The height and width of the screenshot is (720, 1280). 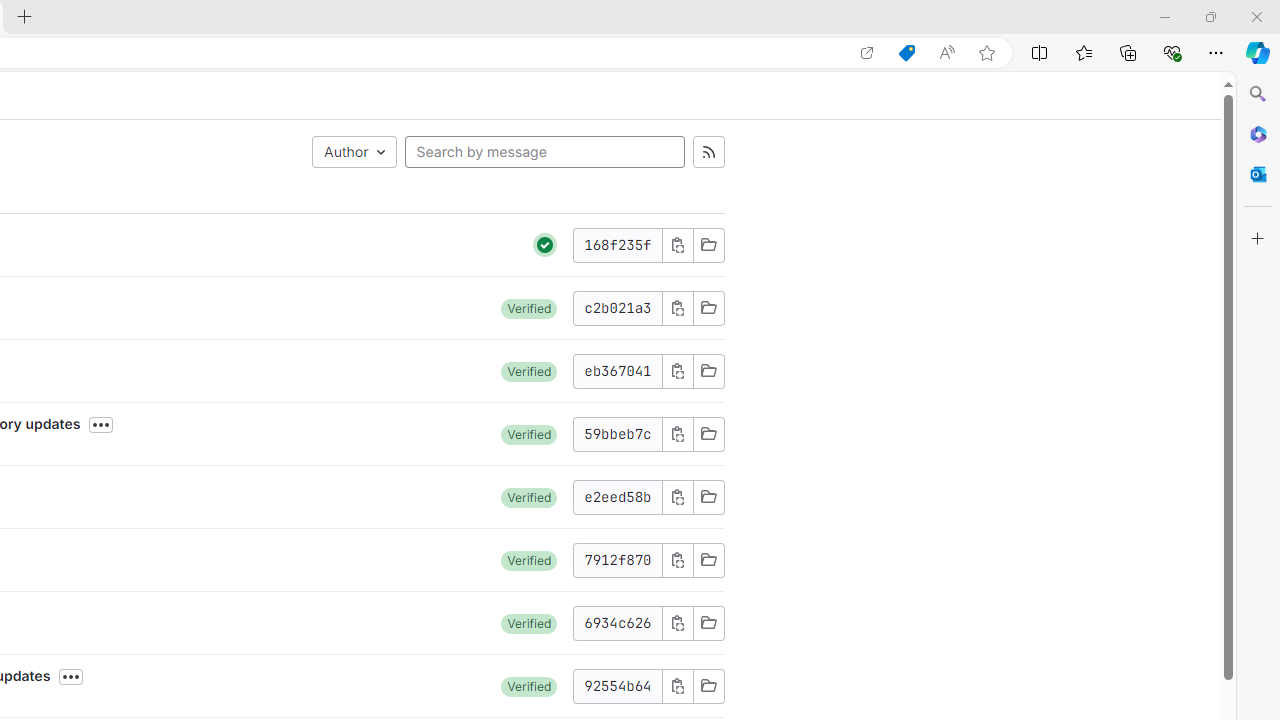 What do you see at coordinates (1040, 51) in the screenshot?
I see `'Split screen'` at bounding box center [1040, 51].